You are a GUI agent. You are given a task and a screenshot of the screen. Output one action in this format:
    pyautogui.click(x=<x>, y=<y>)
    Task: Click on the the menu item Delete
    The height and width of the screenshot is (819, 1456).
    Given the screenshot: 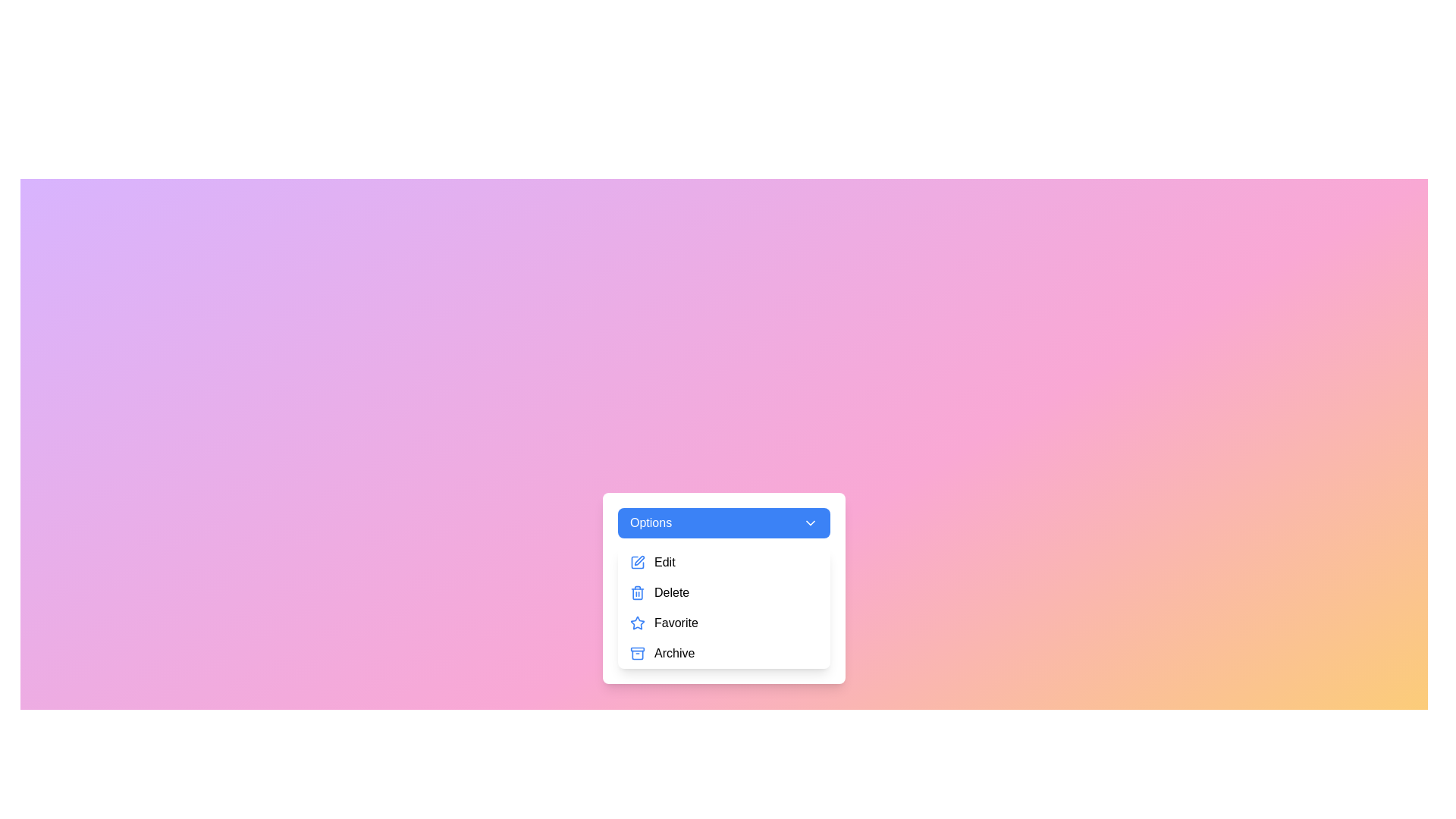 What is the action you would take?
    pyautogui.click(x=723, y=592)
    